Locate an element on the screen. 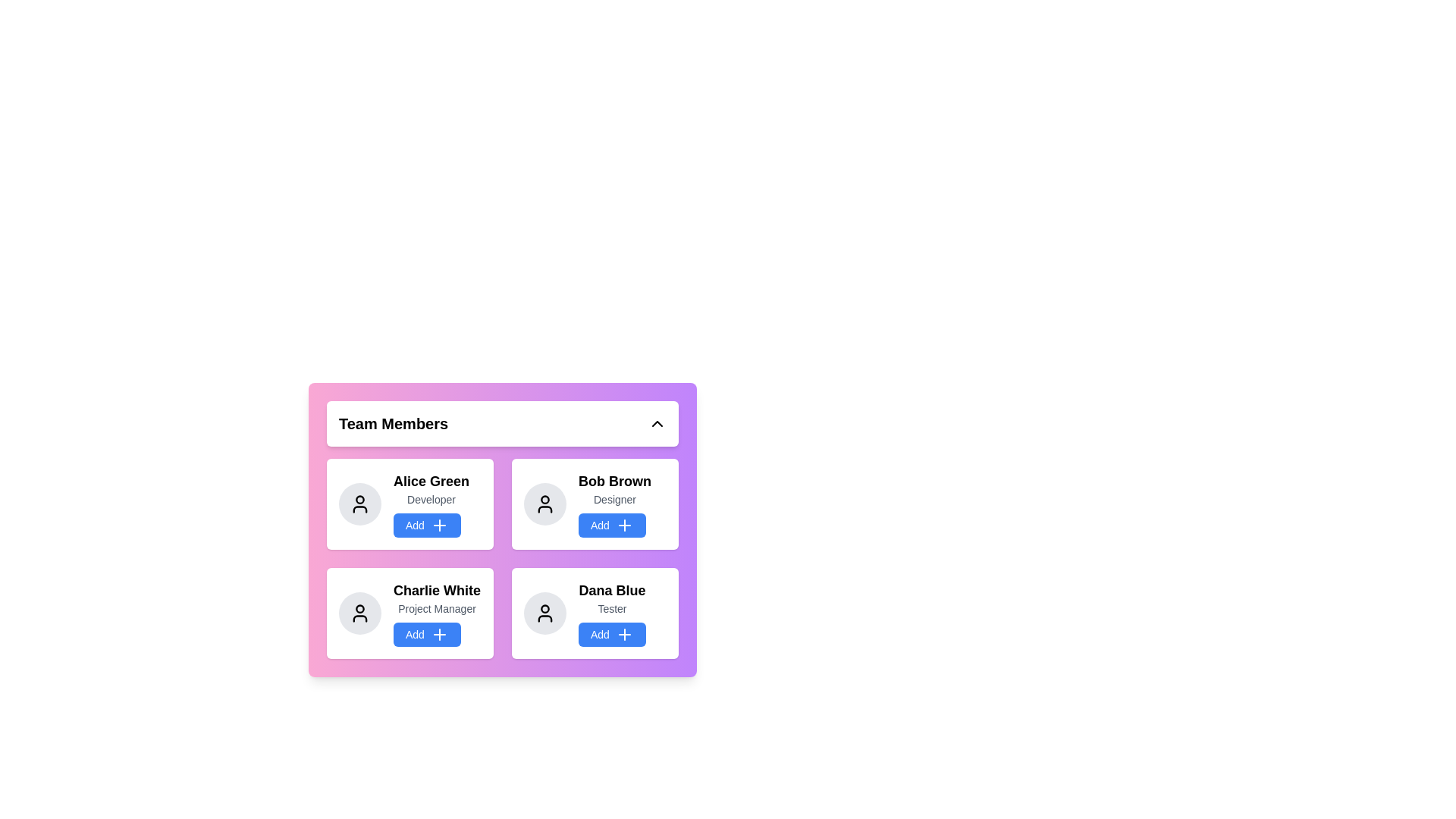 The image size is (1456, 819). the icon representing the team member 'Bob Brown', who is a Designer, located in the second card of the 'Team Members' section is located at coordinates (545, 504).